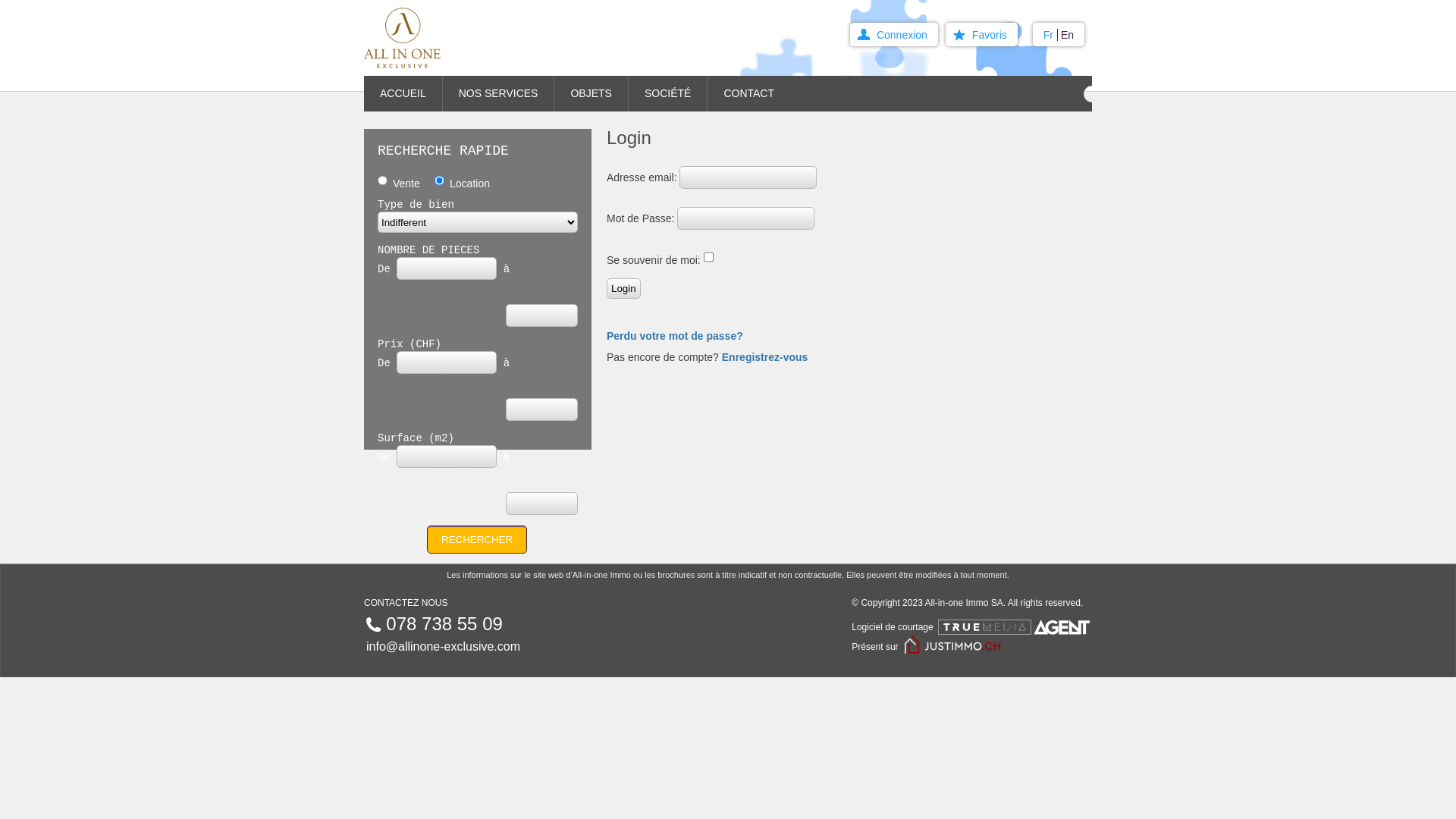  What do you see at coordinates (673, 335) in the screenshot?
I see `'Perdu votre mot de passe?'` at bounding box center [673, 335].